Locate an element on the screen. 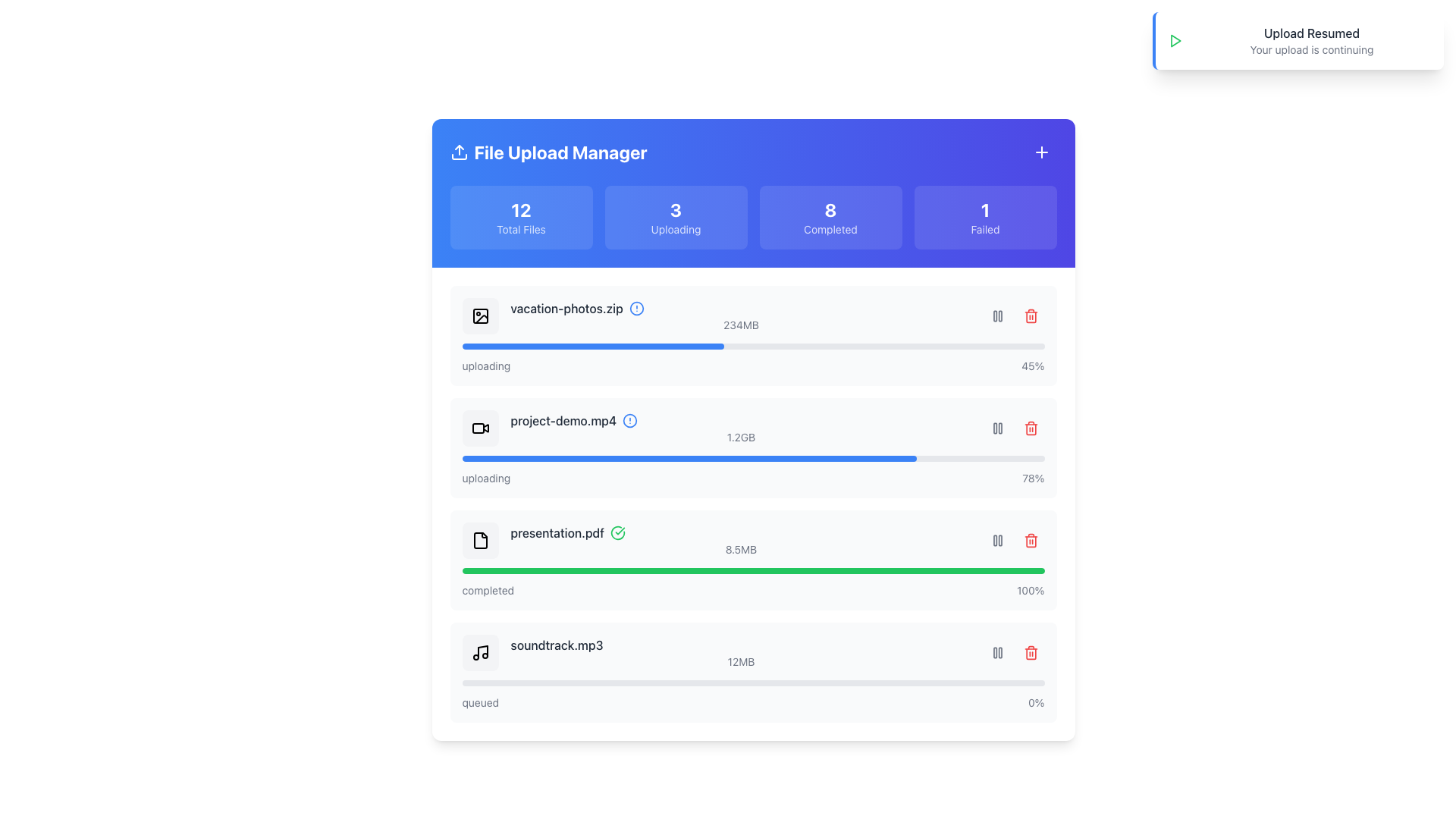 The width and height of the screenshot is (1456, 819). the informational text label that indicates the size of the file 'presentation.pdf', located in the 'Completed' section next to its name is located at coordinates (741, 550).